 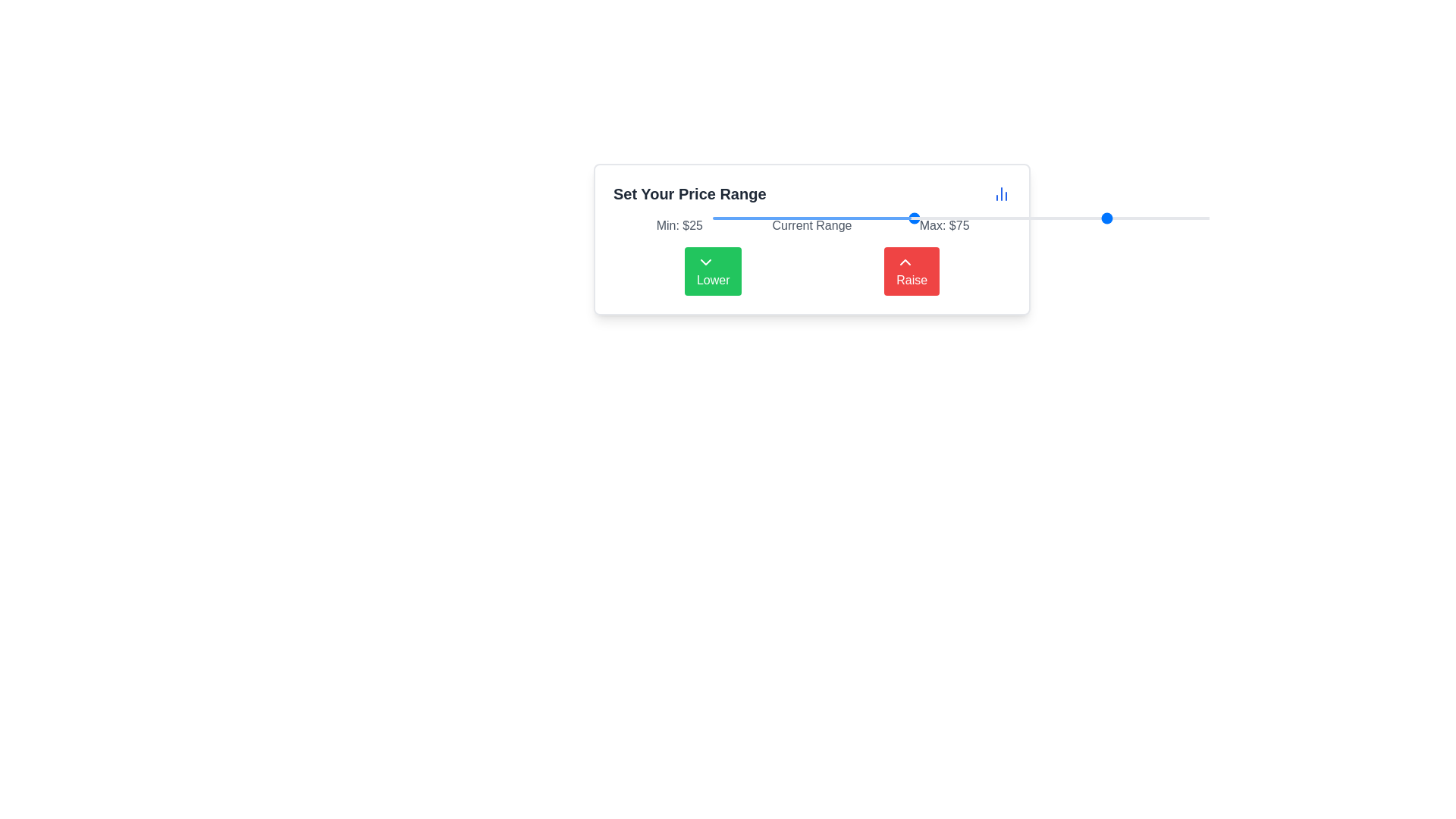 I want to click on the text display area that shows the entries 'Min: $25', 'Current Range', and 'Max: $75', which is located centrally below the heading 'Set Your Price Range', so click(x=811, y=225).